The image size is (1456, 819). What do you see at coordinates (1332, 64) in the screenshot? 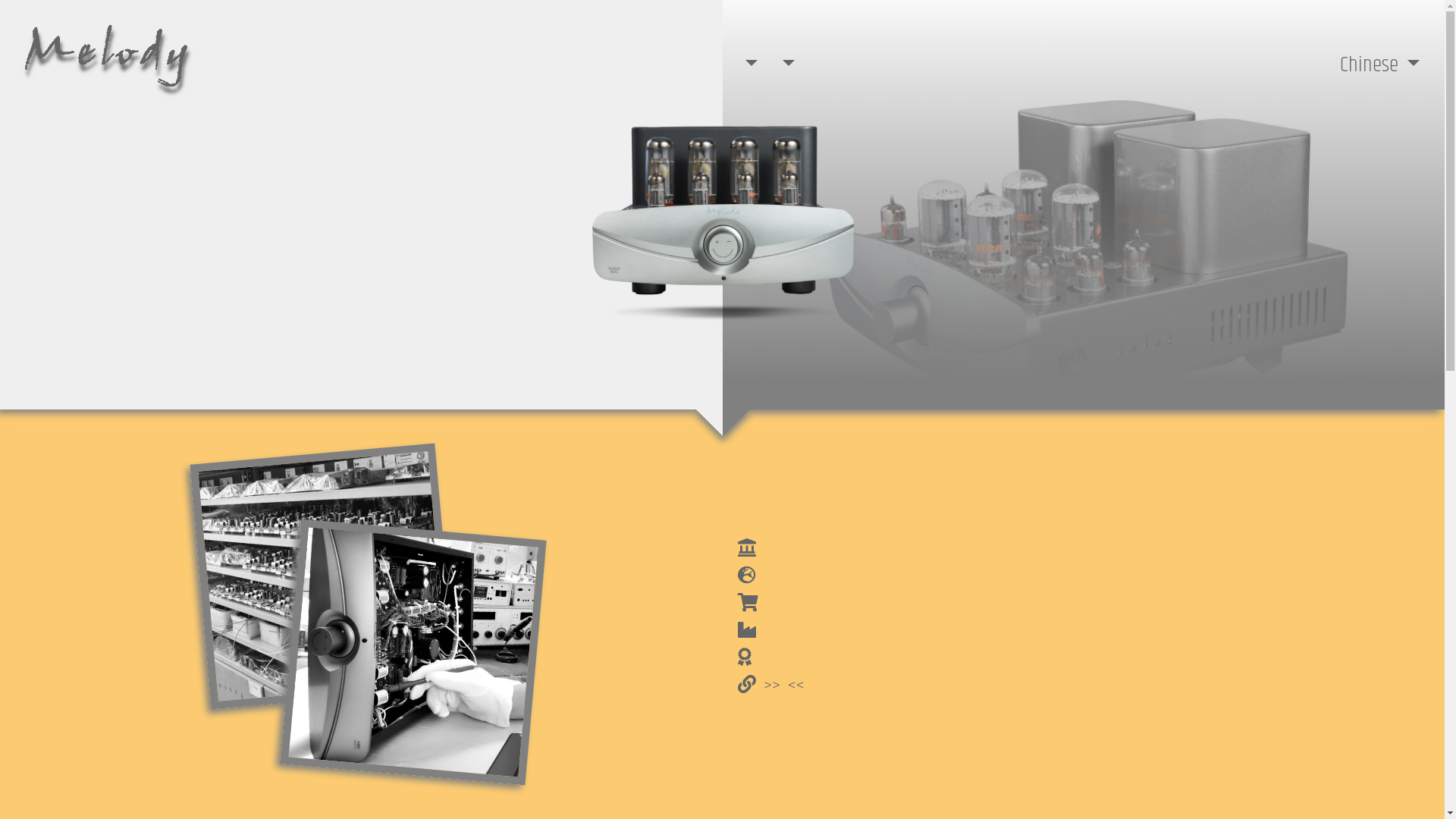
I see `'Chinese'` at bounding box center [1332, 64].